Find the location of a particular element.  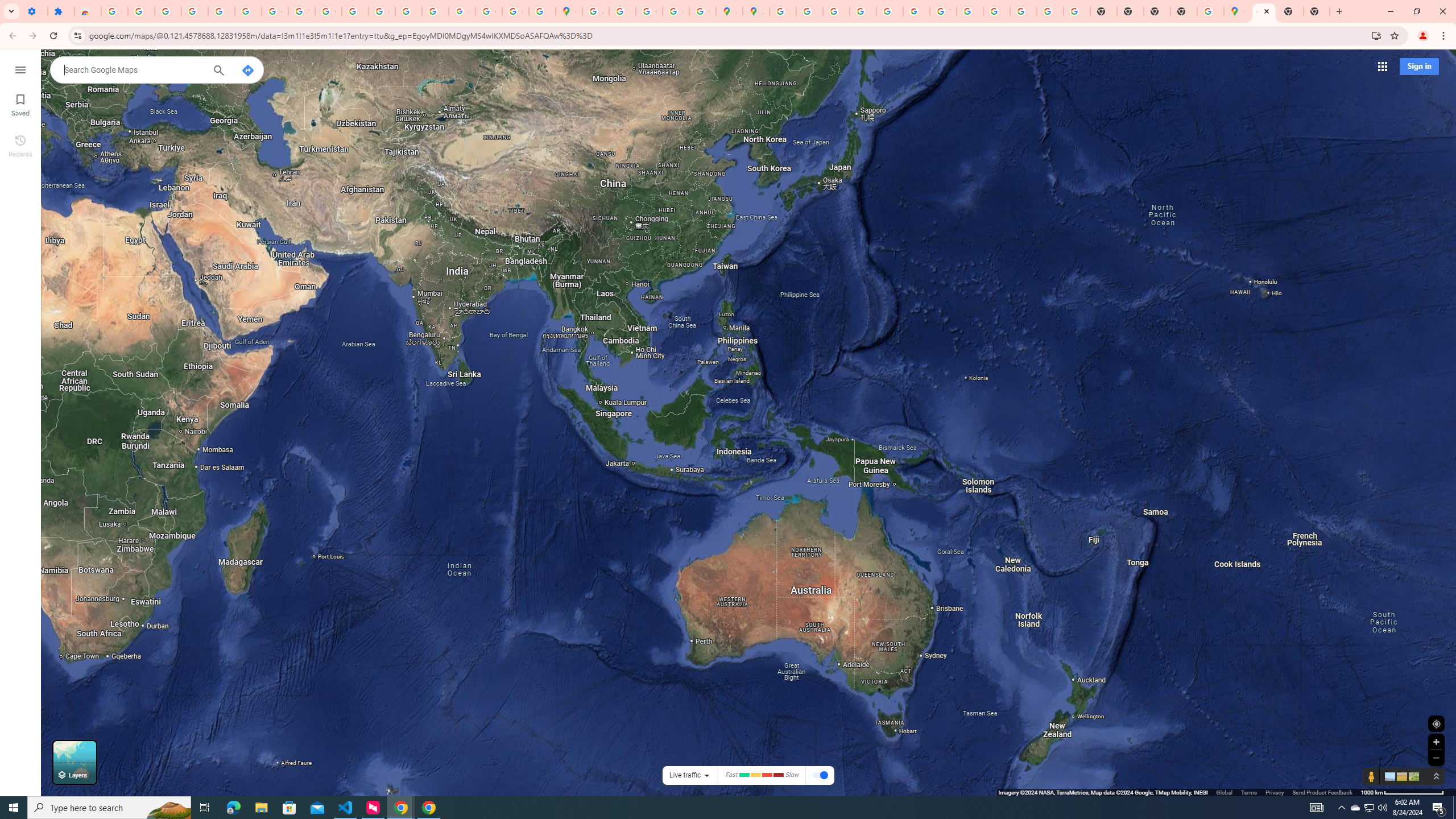

'Sign in - Google Accounts' is located at coordinates (113, 11).